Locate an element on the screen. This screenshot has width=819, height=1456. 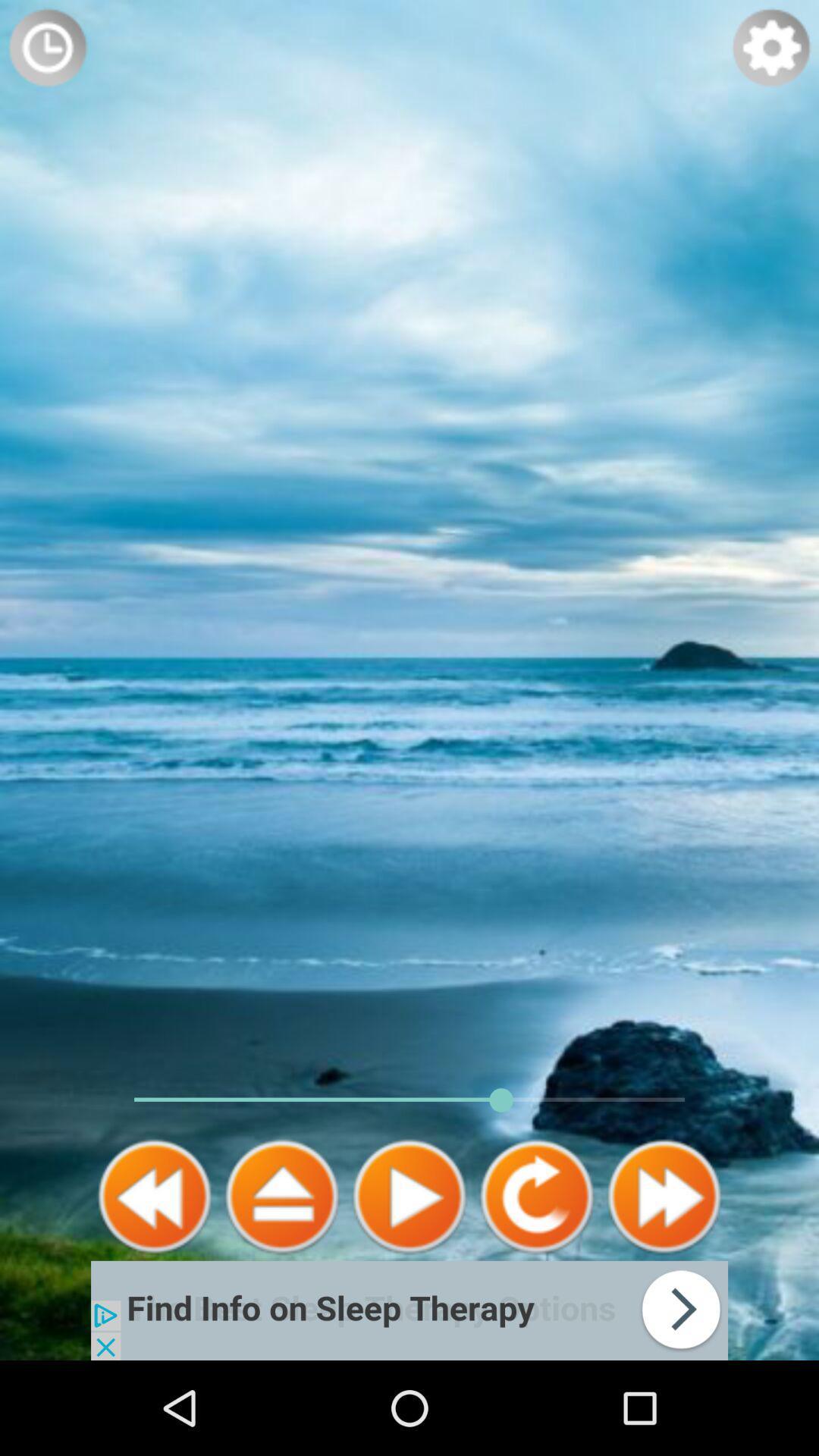
rewind option is located at coordinates (281, 1196).